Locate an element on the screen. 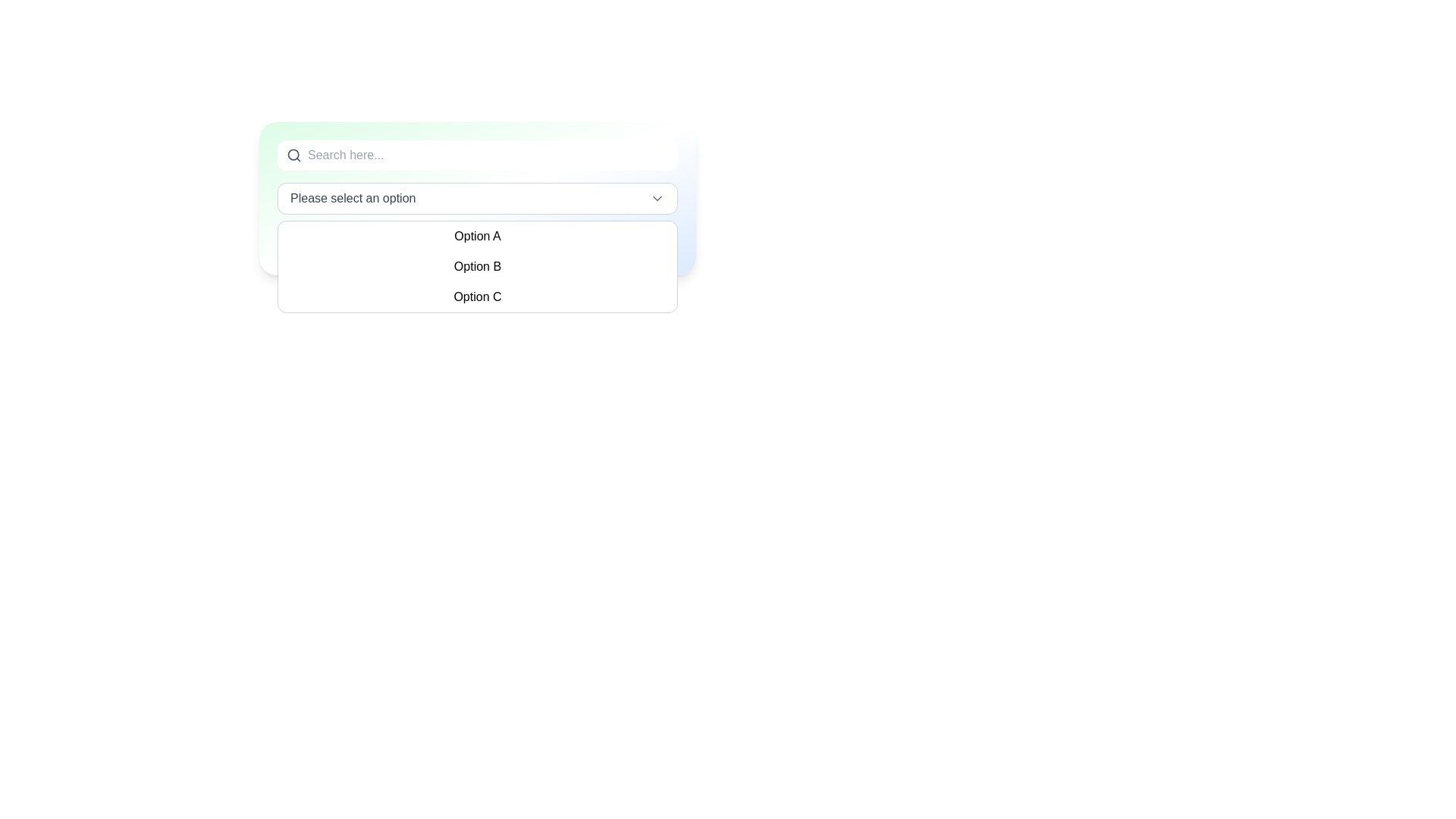 This screenshot has height=819, width=1456. the dropdown menu options is located at coordinates (476, 265).